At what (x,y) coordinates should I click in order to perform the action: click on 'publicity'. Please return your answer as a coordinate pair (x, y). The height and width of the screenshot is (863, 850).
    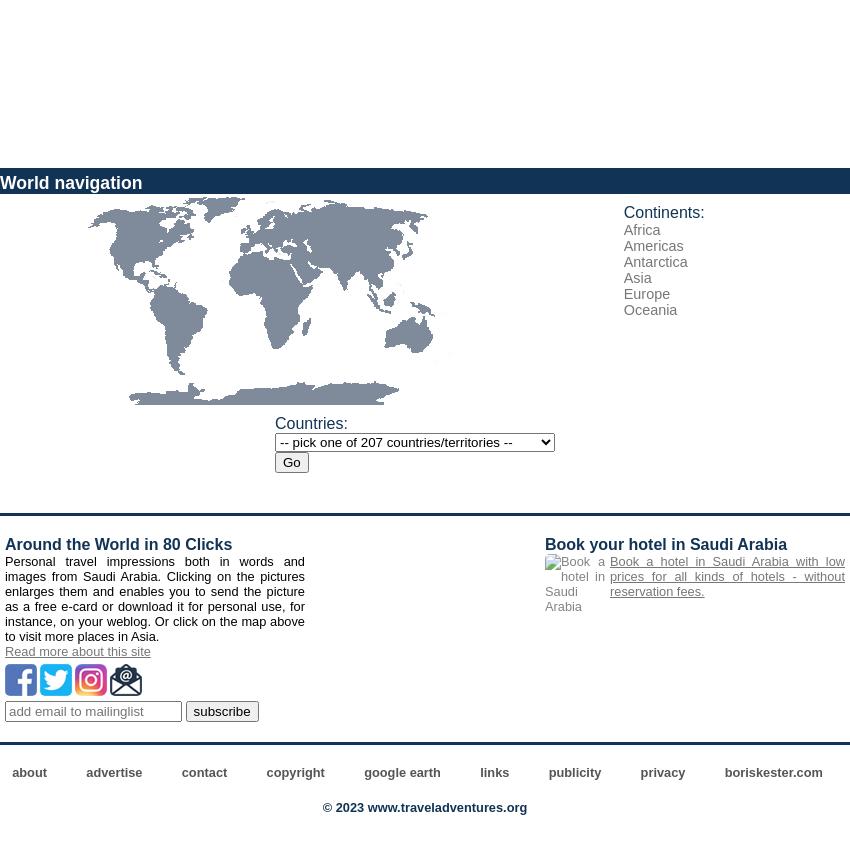
    Looking at the image, I should click on (546, 772).